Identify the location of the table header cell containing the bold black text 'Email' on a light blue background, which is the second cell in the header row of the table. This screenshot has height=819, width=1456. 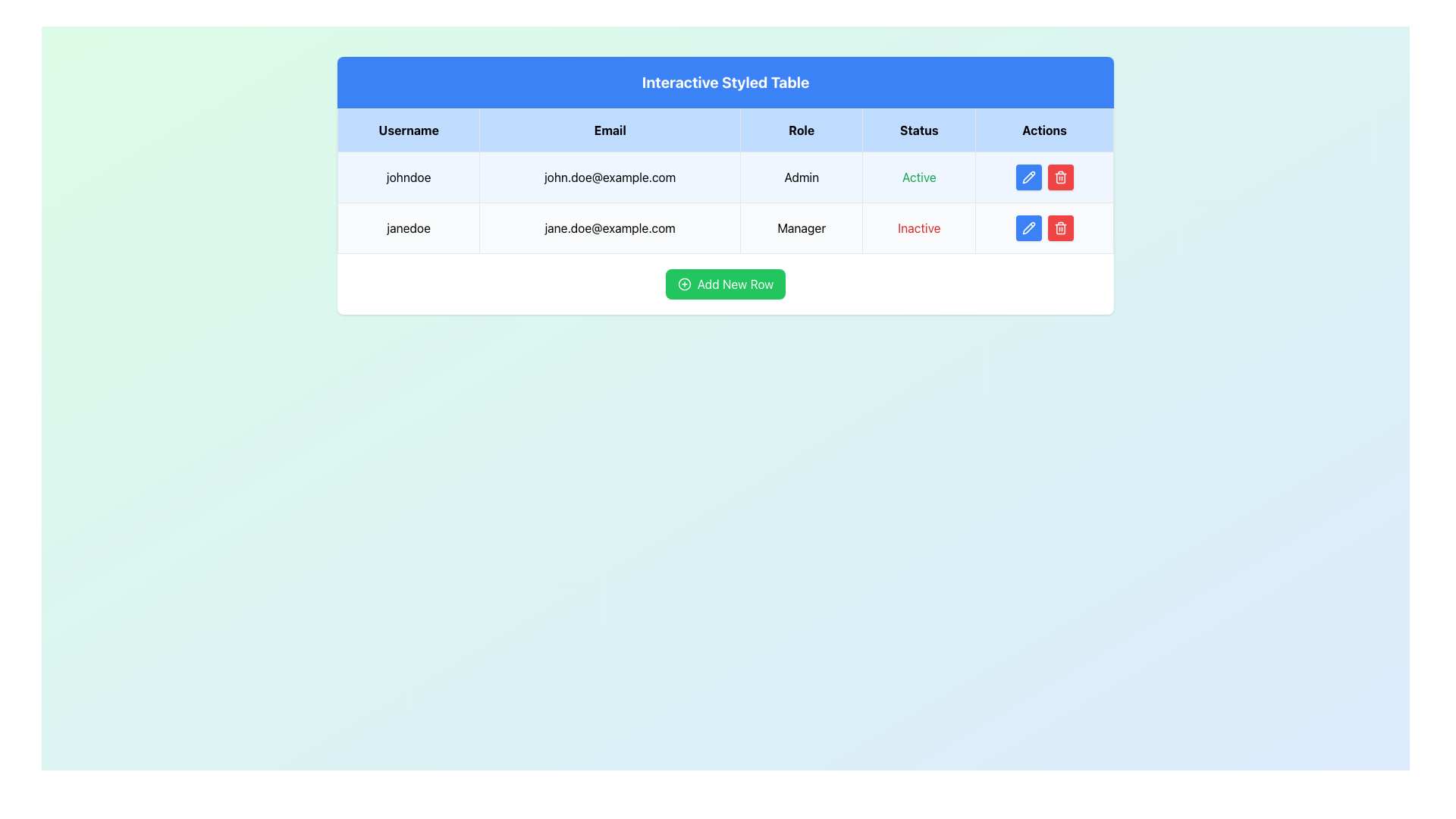
(610, 130).